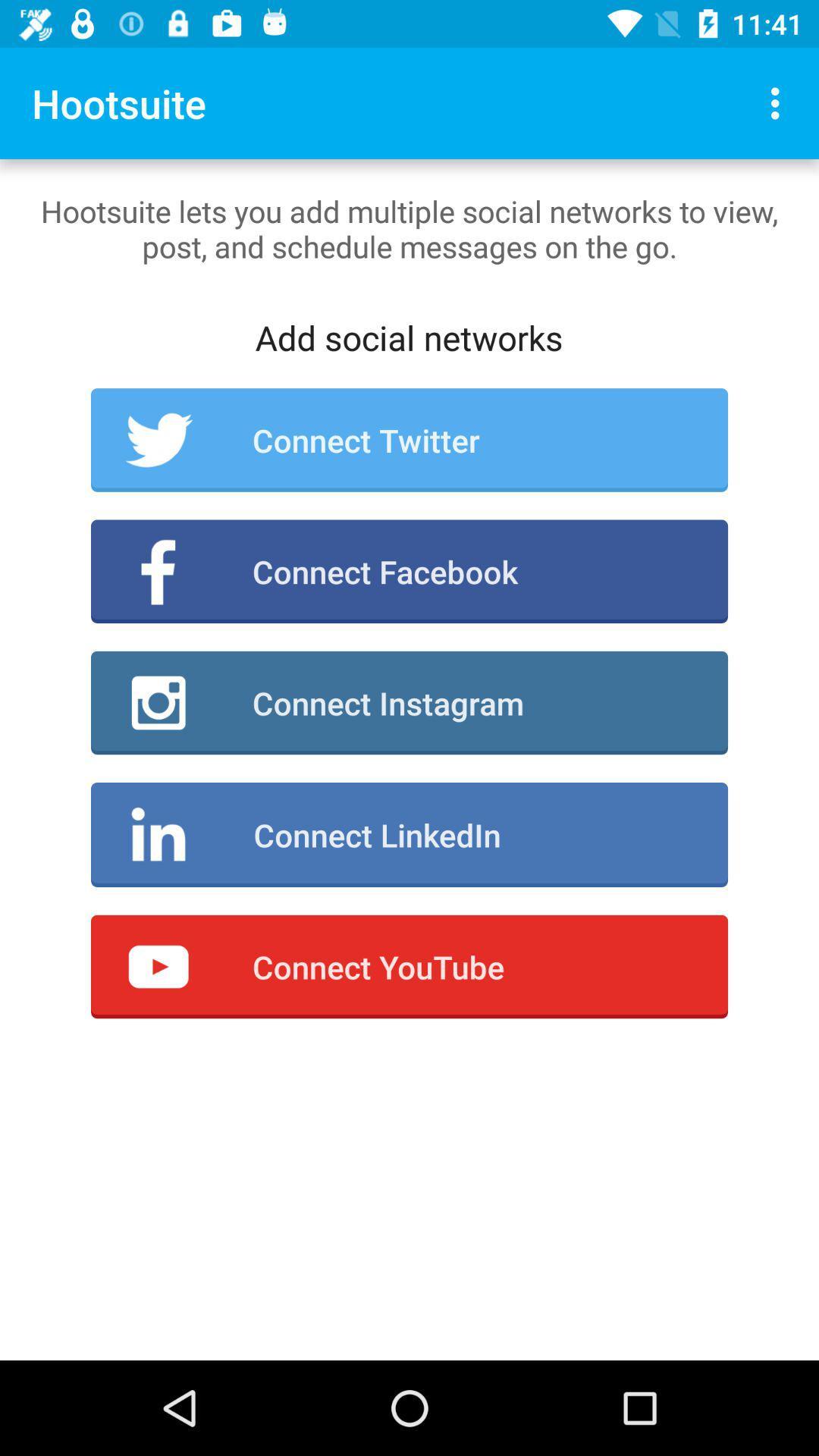 The width and height of the screenshot is (819, 1456). I want to click on icon next to hootsuite icon, so click(779, 102).